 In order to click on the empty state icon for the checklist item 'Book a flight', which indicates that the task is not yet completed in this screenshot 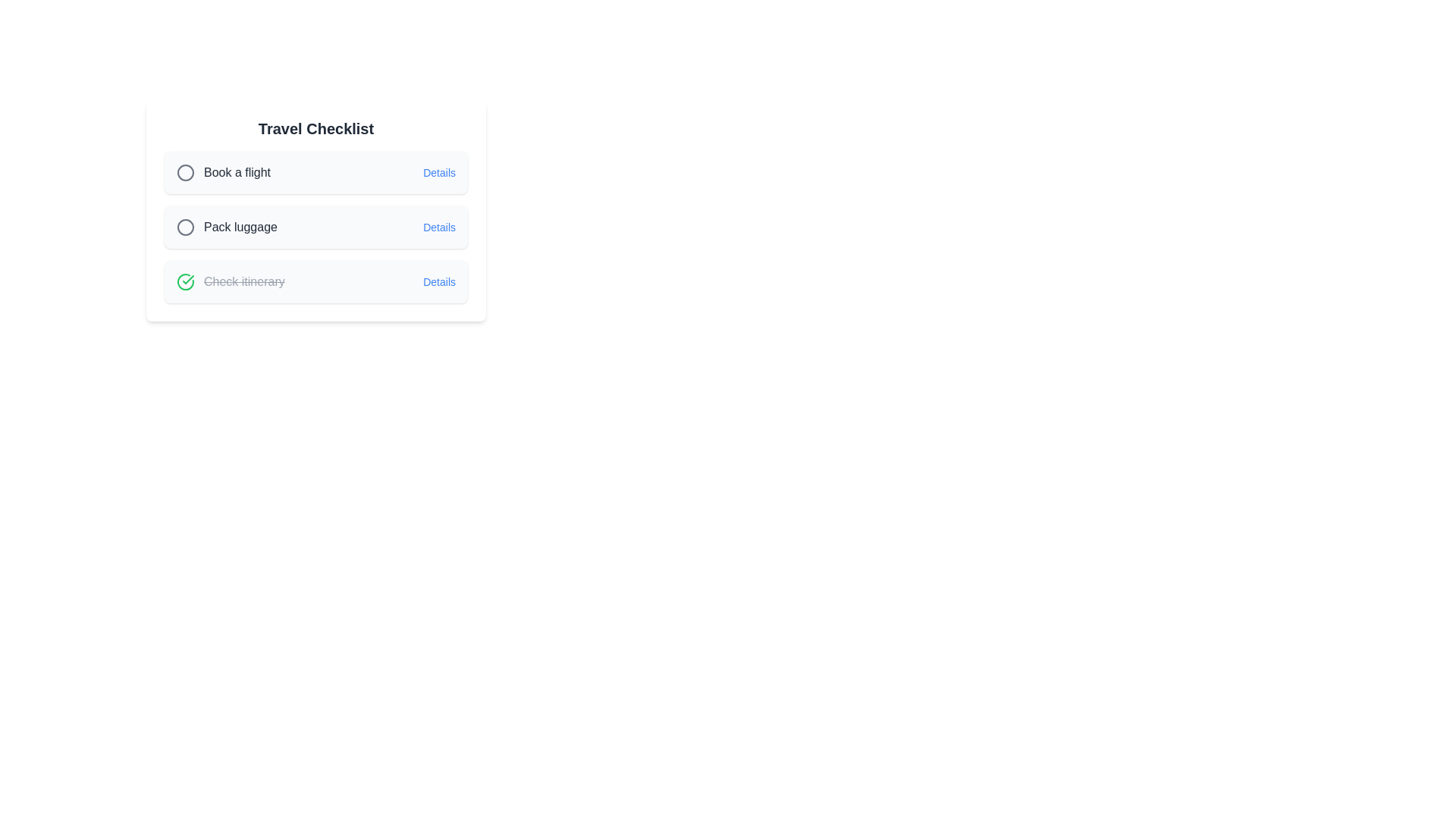, I will do `click(184, 171)`.